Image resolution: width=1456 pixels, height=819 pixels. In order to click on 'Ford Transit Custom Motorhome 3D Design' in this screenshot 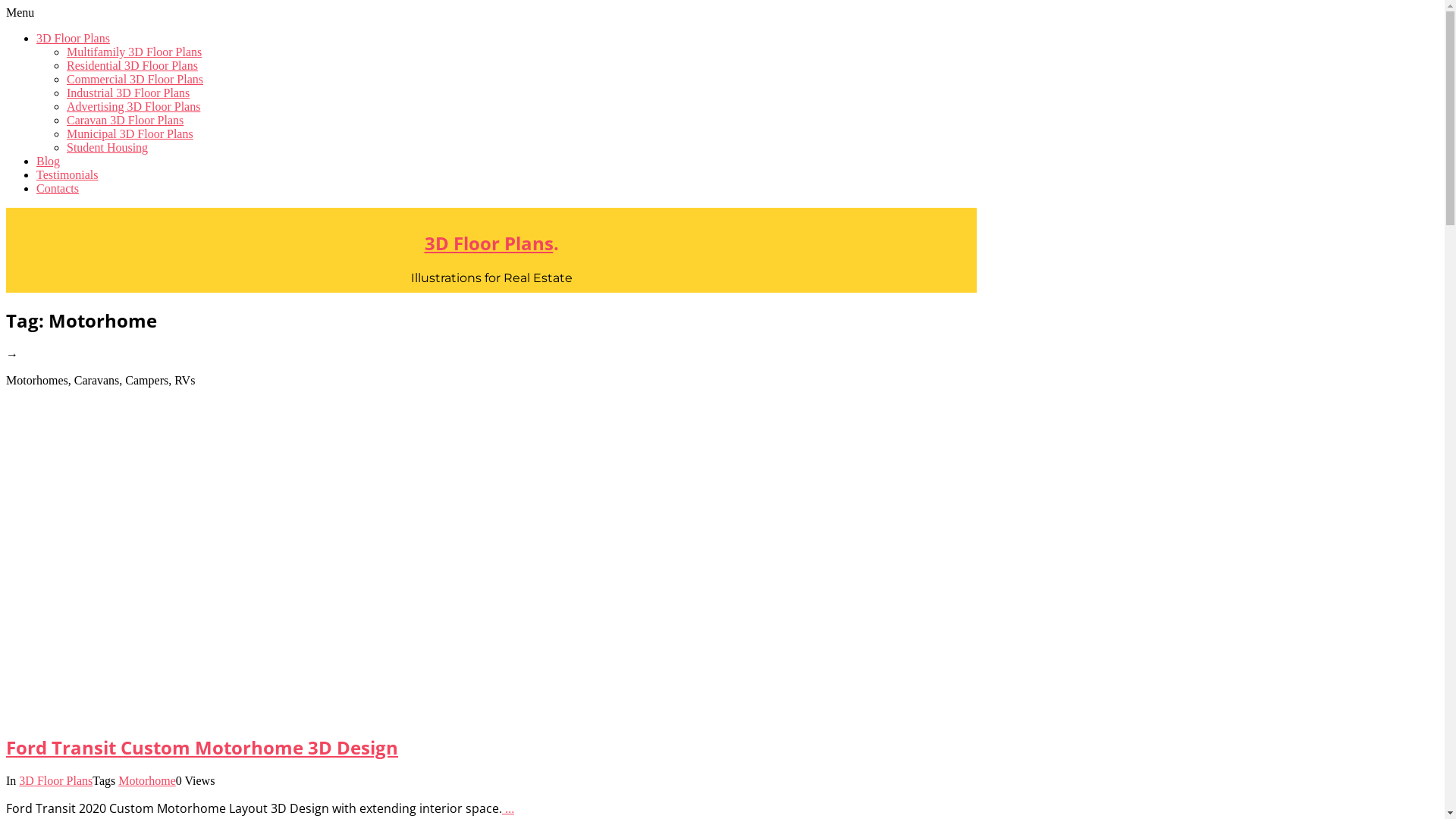, I will do `click(201, 746)`.